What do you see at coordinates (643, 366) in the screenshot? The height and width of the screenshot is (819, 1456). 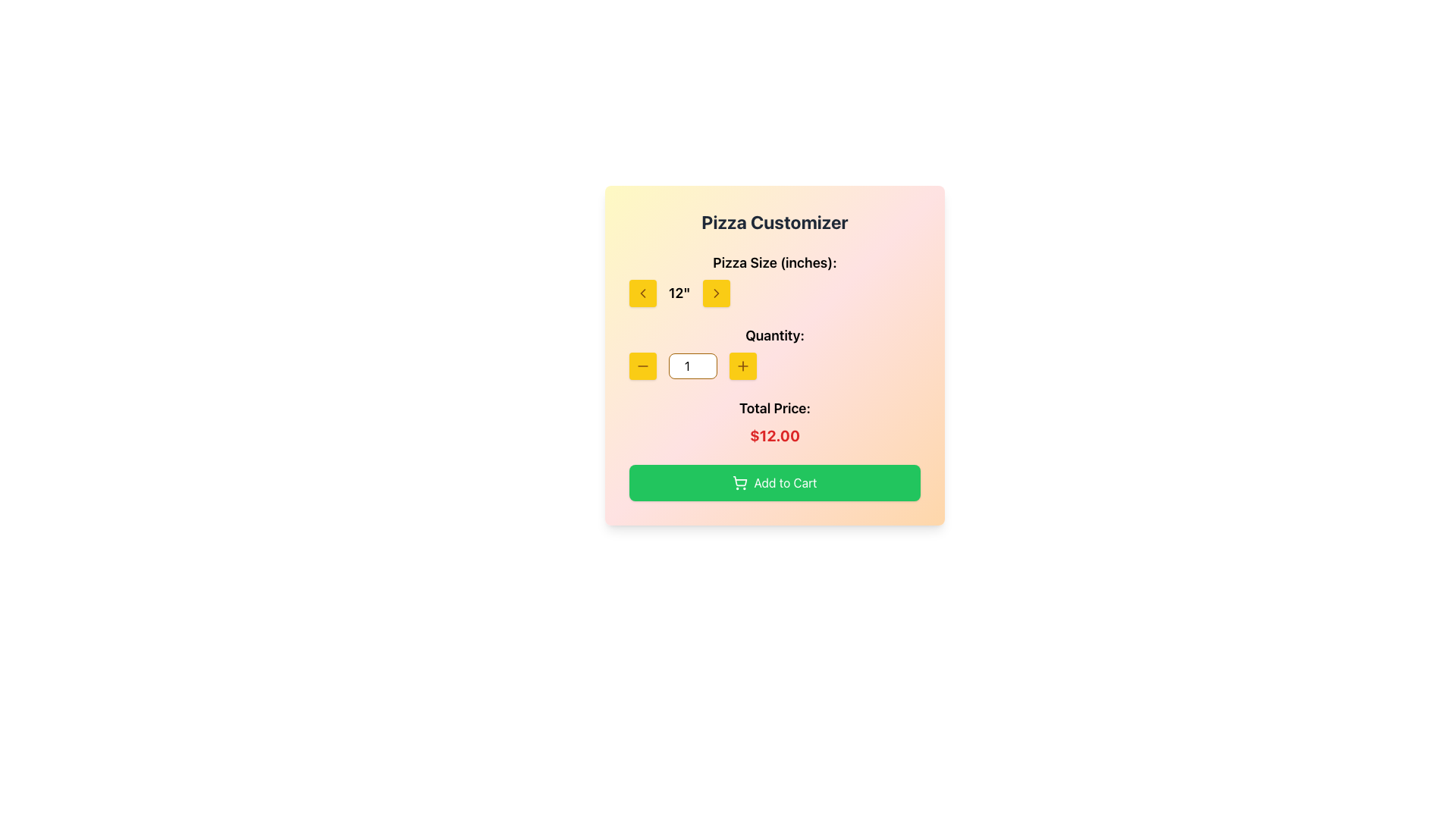 I see `the square yellow decrement button with a minus icon located to the left of the numeric input field in the pizza customizer interface to decrease the quantity` at bounding box center [643, 366].